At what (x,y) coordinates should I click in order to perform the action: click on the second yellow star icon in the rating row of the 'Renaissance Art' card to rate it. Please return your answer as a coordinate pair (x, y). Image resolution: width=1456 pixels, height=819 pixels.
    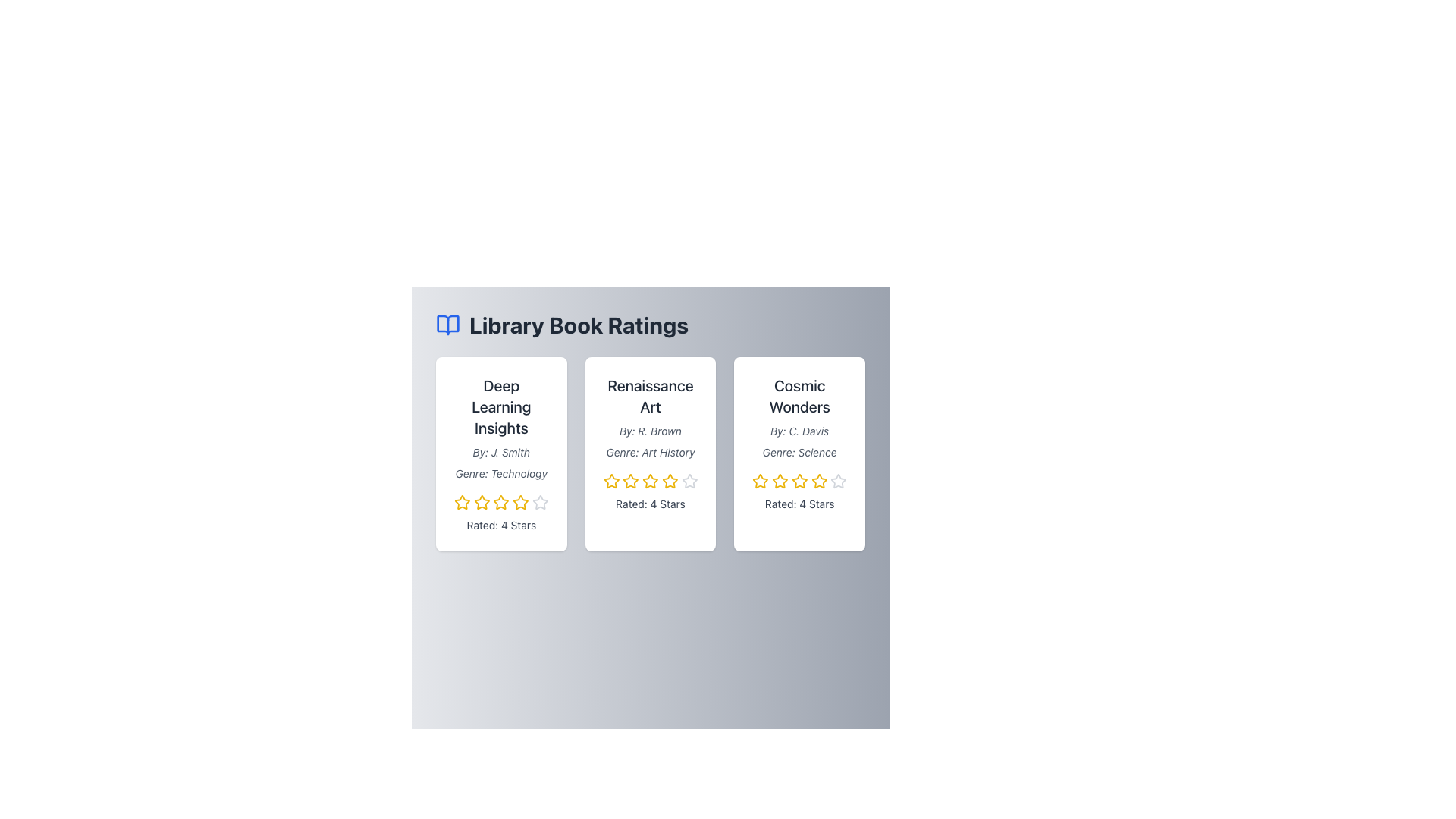
    Looking at the image, I should click on (630, 482).